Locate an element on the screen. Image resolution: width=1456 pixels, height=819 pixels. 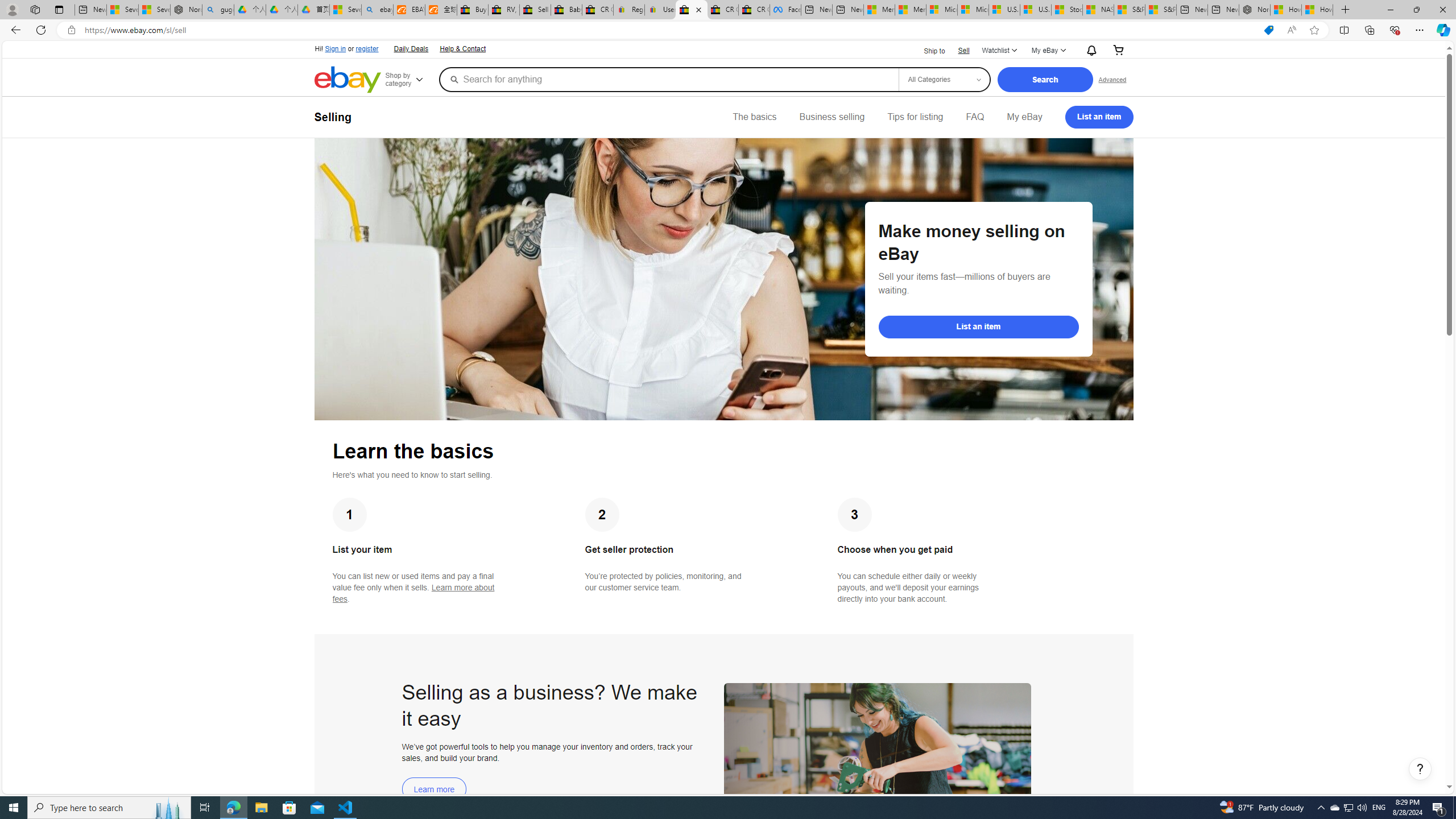
'Advanced Search' is located at coordinates (1111, 78).